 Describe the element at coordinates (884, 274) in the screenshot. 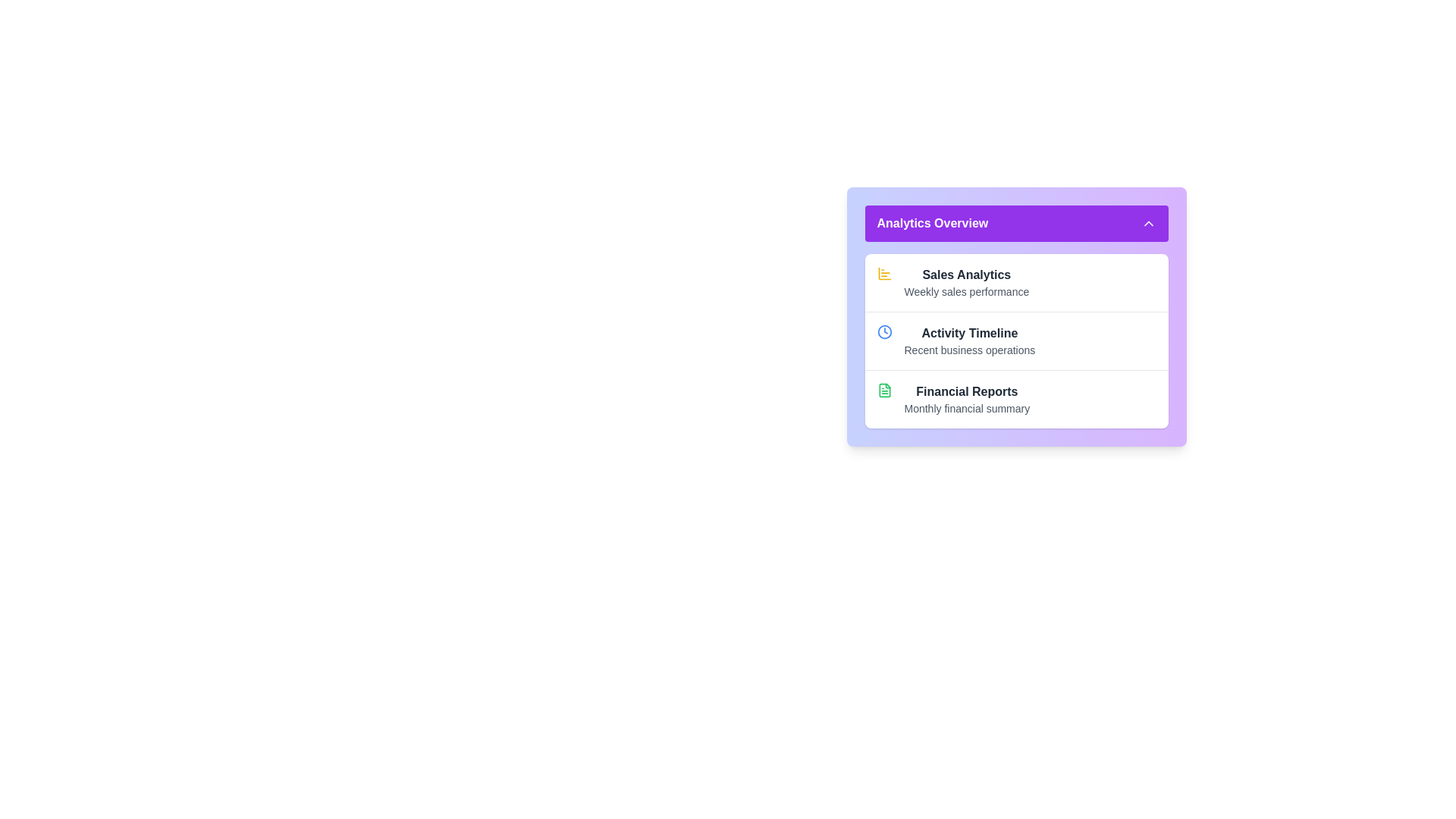

I see `the bar chart icon representing the 'Sales Analytics' card in the 'Analytics Overview' section by clicking on it` at that location.